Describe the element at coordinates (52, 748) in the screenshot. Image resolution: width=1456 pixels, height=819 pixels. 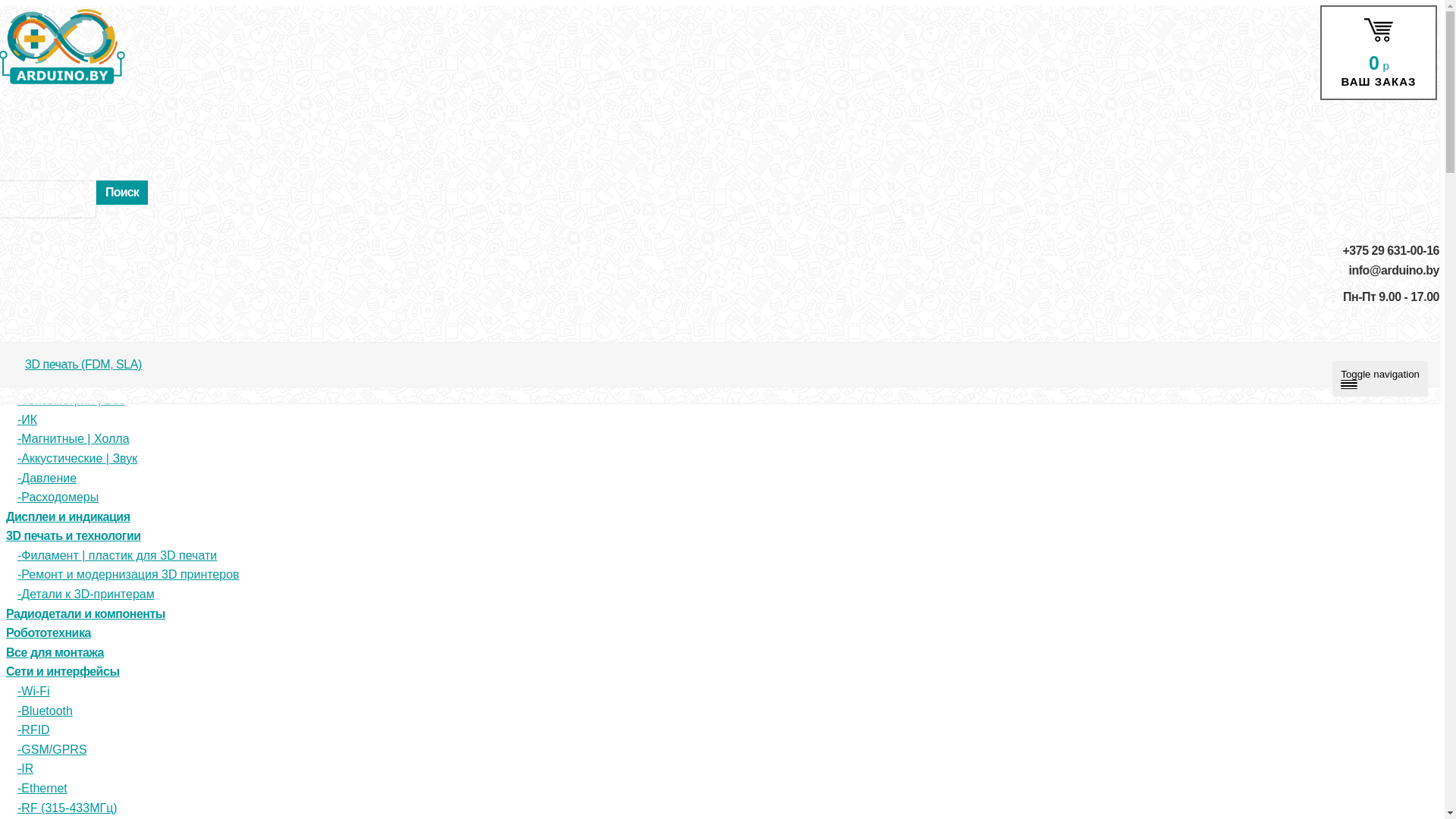
I see `'GSM/GPRS'` at that location.